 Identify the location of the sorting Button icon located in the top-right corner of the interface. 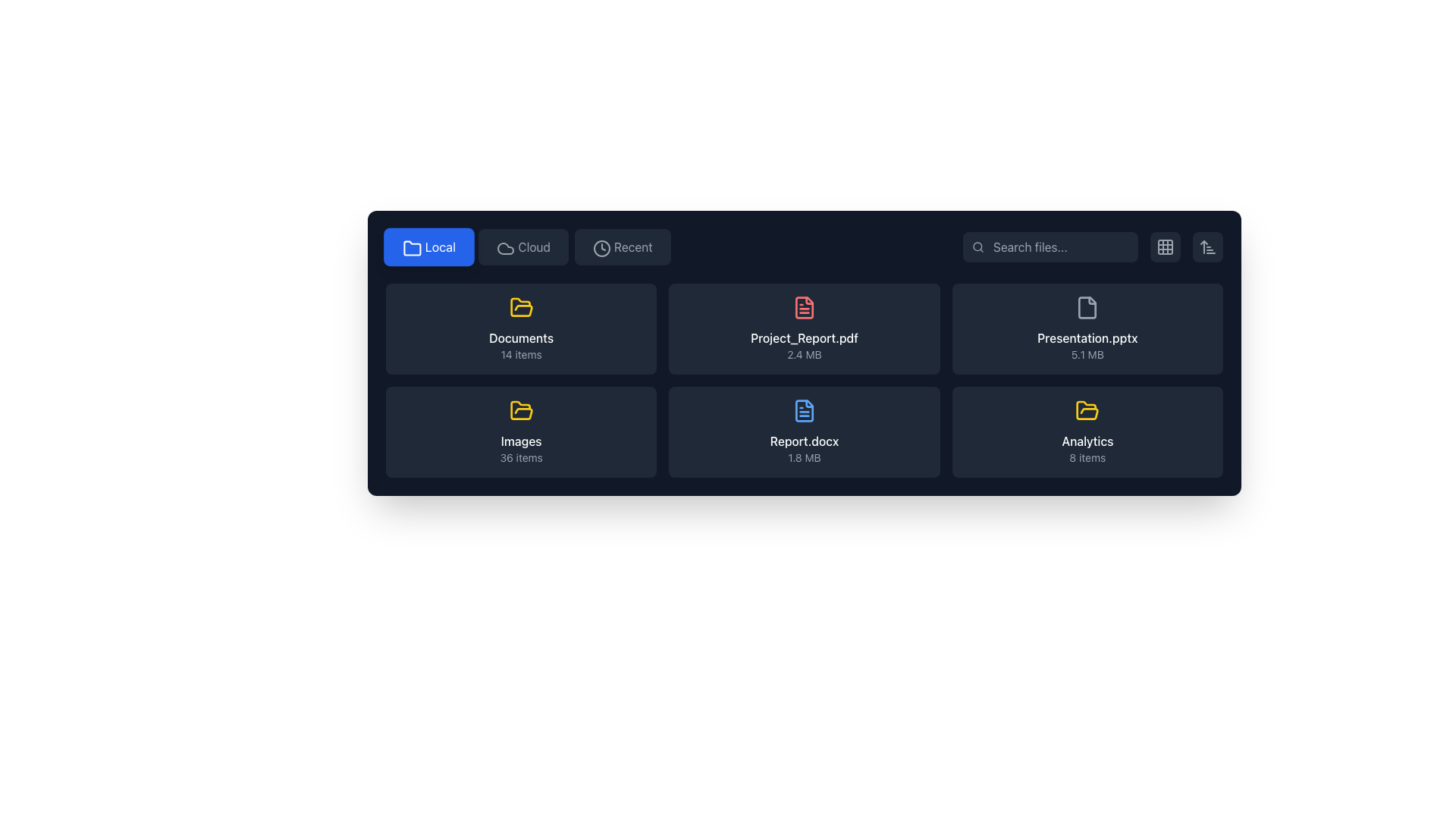
(1207, 246).